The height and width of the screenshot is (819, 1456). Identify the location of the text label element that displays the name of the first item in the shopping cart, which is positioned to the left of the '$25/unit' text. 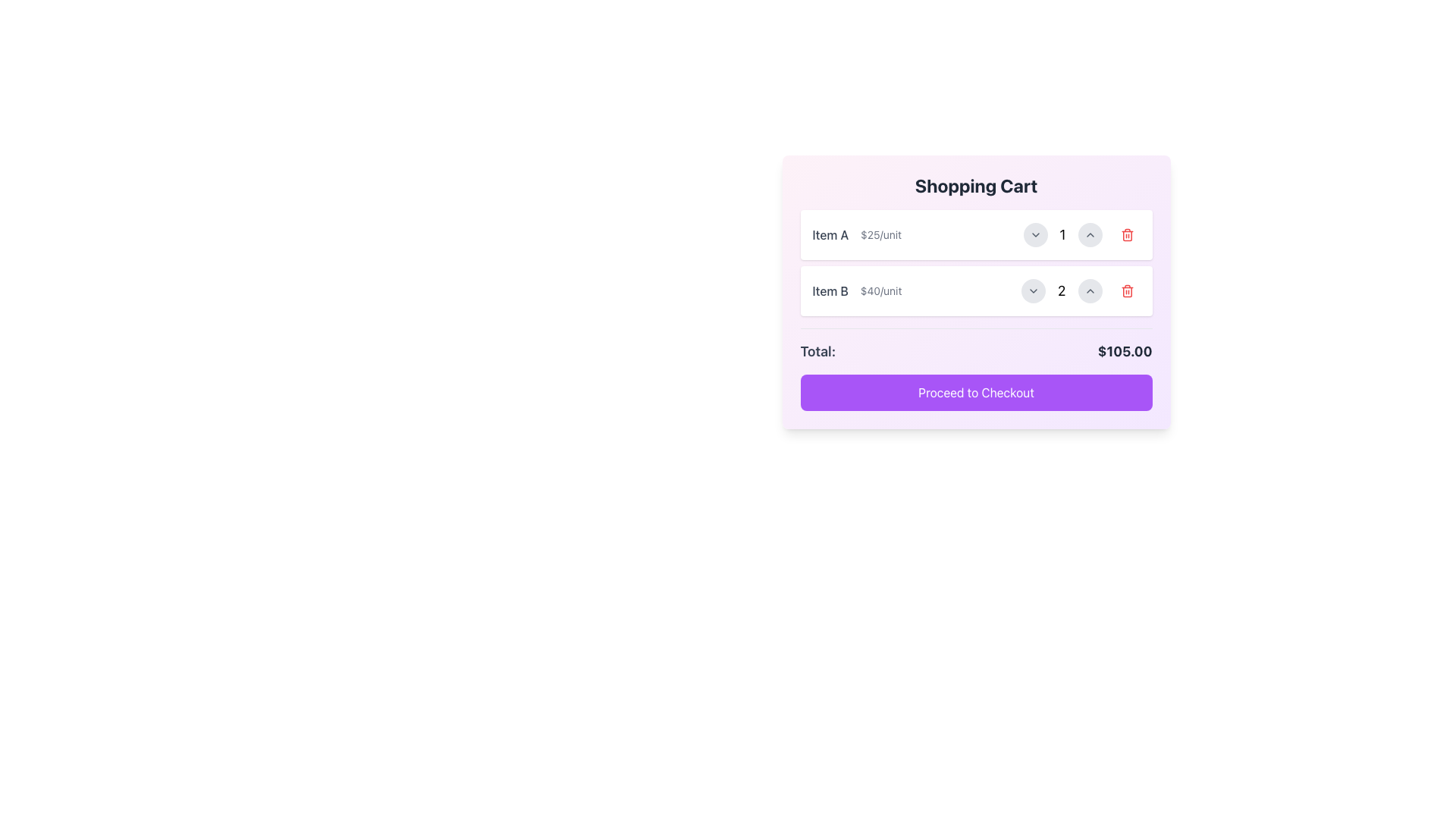
(830, 234).